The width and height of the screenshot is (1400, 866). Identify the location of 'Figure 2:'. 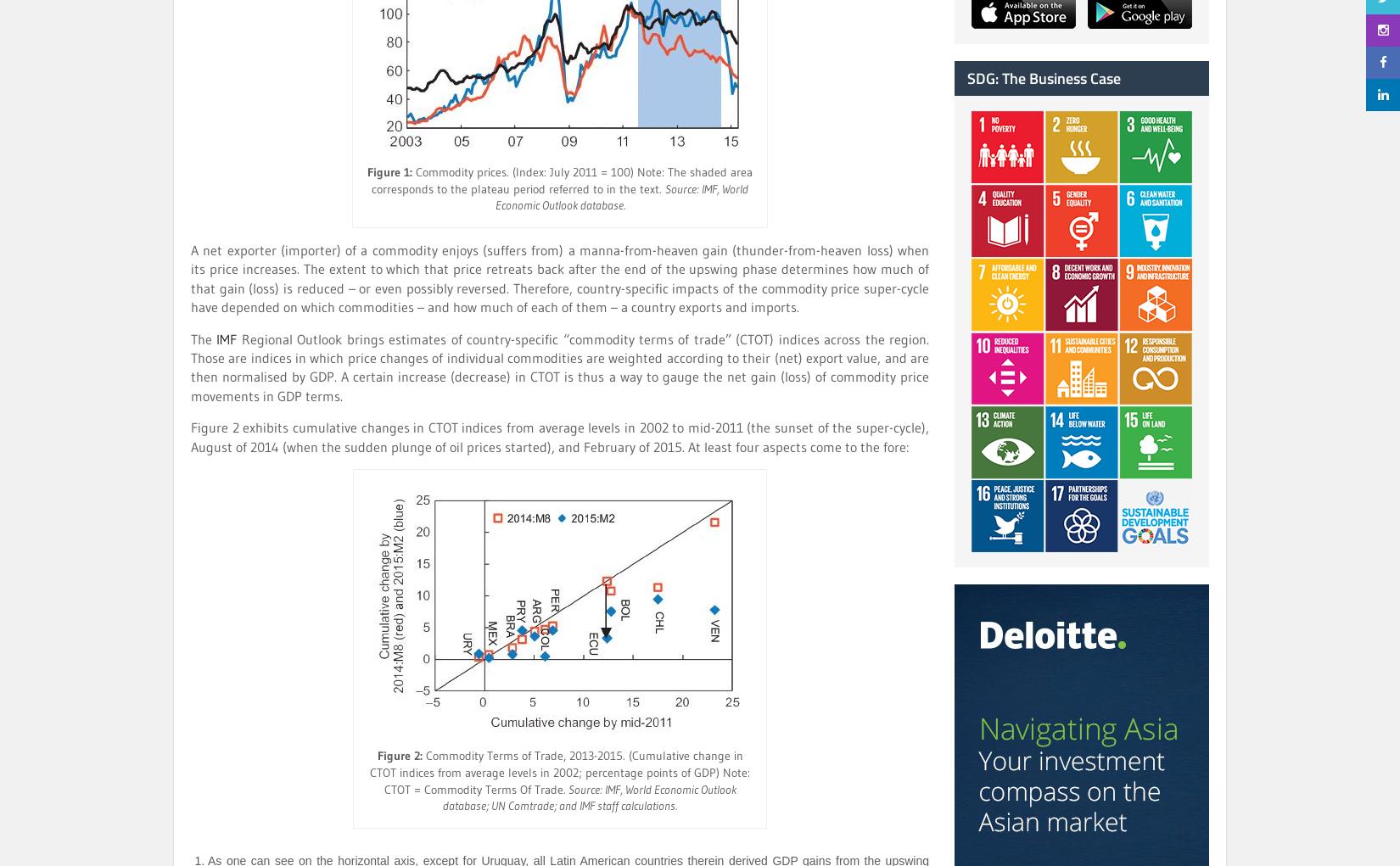
(398, 755).